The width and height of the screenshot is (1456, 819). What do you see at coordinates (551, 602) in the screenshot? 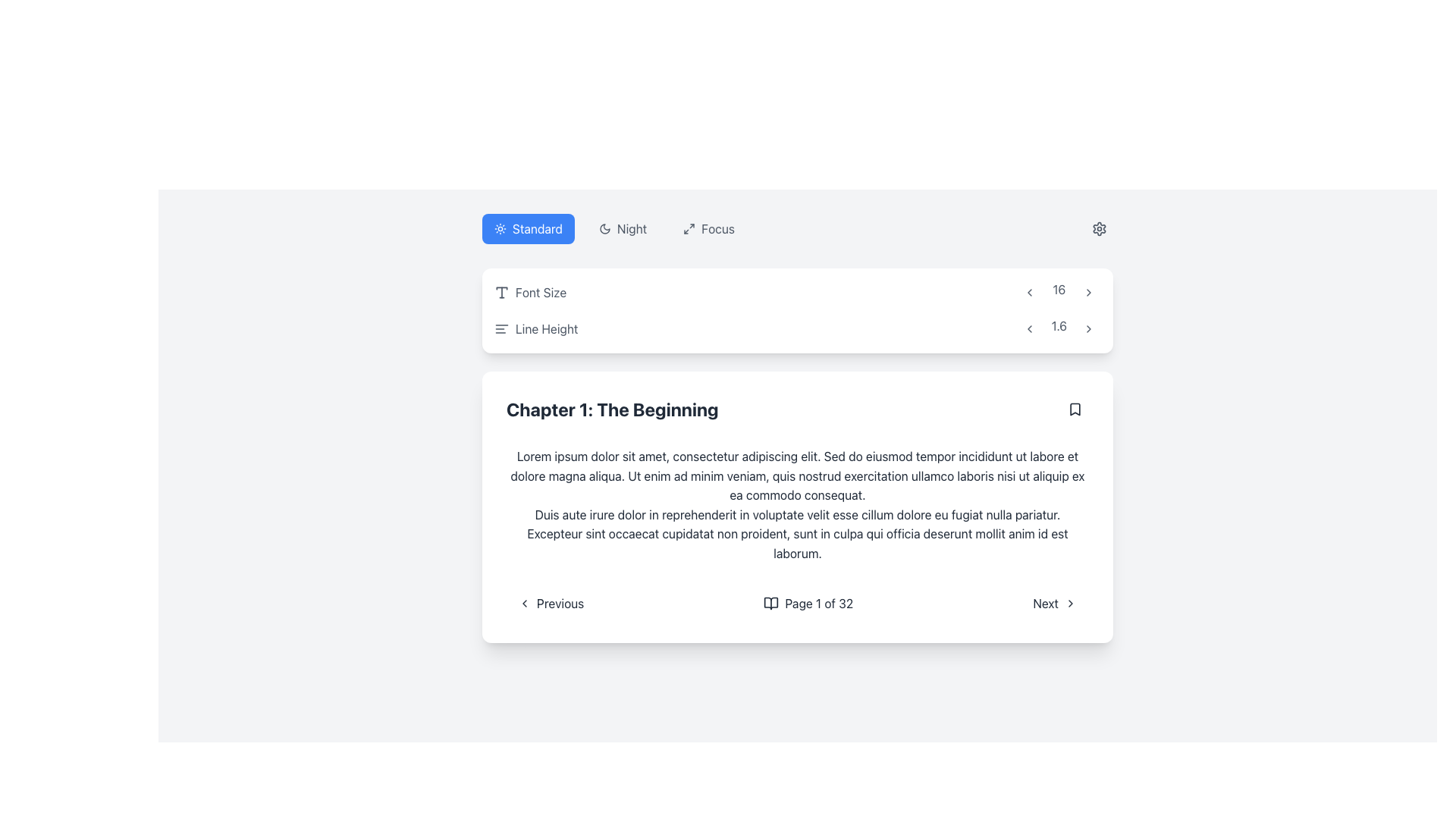
I see `the leftmost navigation button to move to the previous page in the content` at bounding box center [551, 602].